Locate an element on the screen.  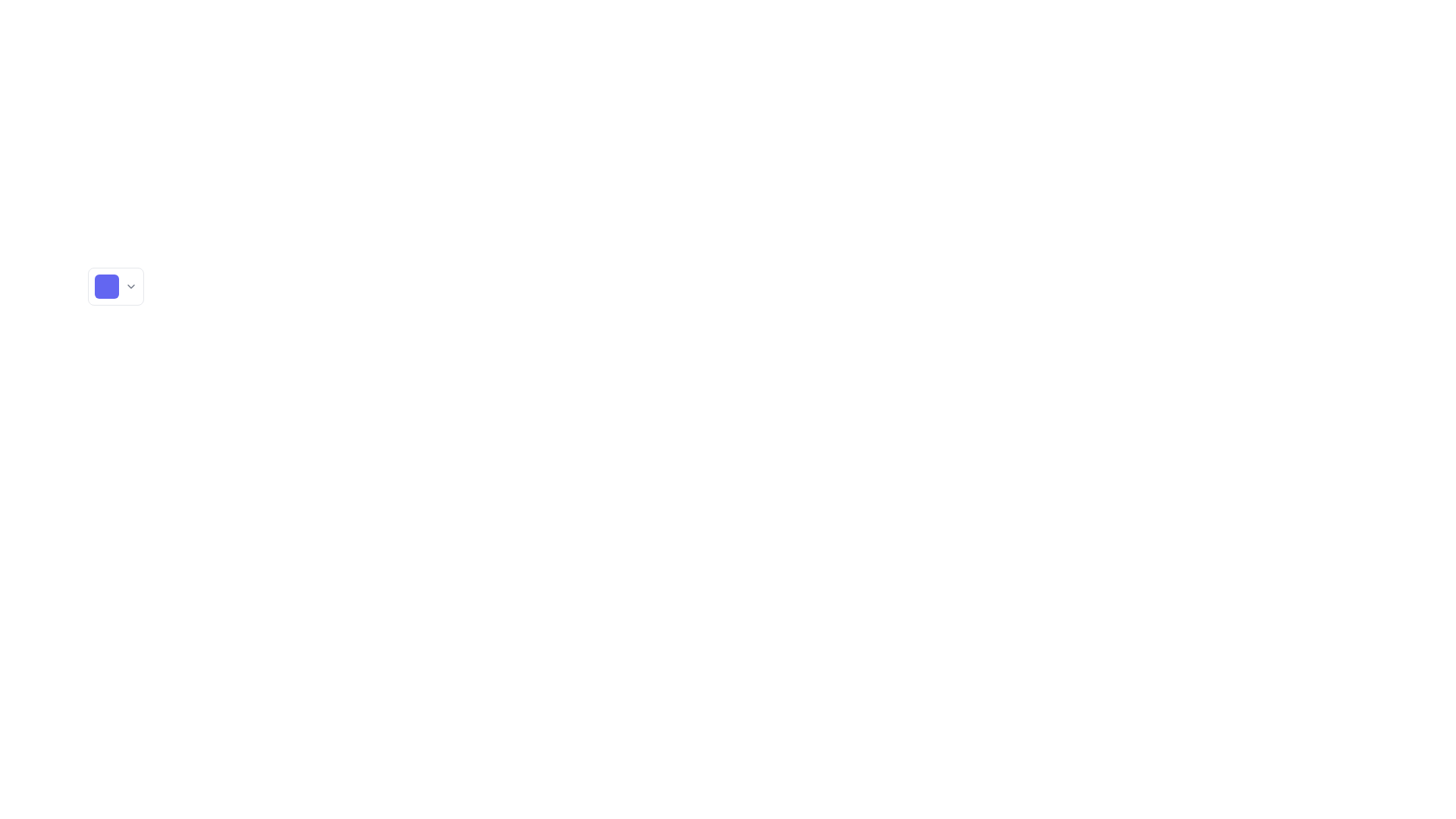
the rectangular button with rounded corners and a bordered design that contains a blue square and a gray downward-pointing chevron icon is located at coordinates (115, 287).